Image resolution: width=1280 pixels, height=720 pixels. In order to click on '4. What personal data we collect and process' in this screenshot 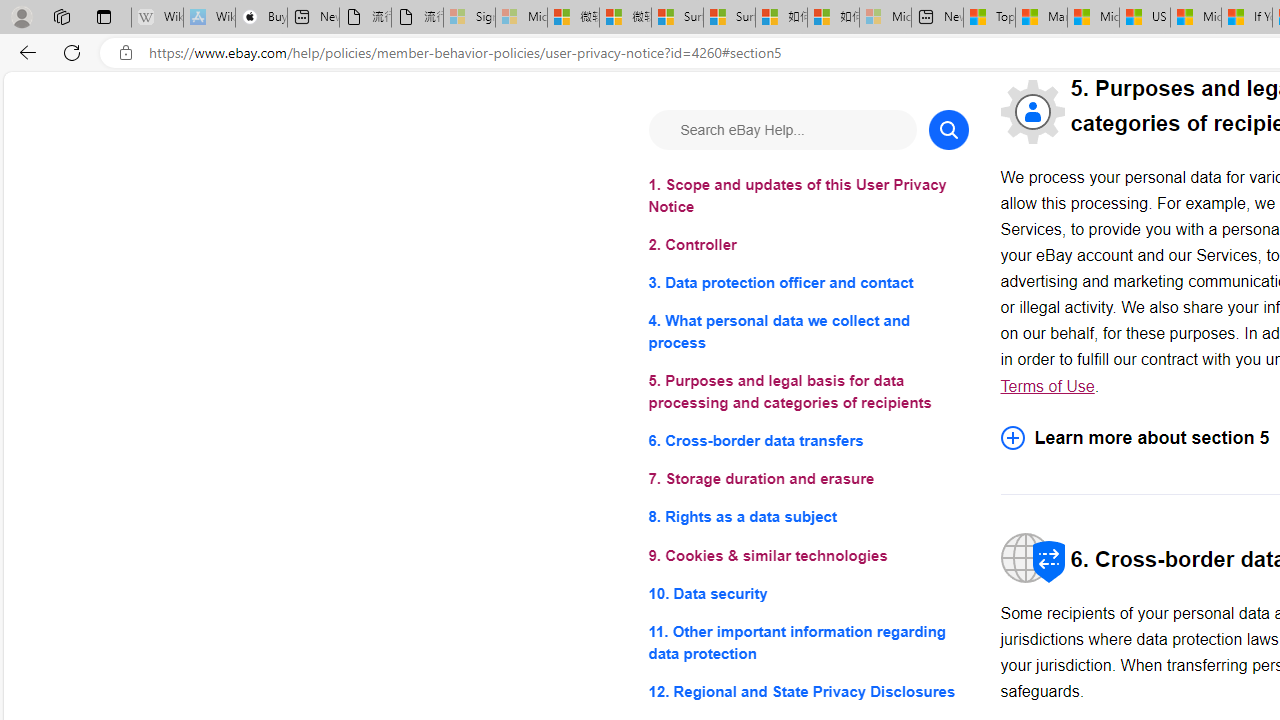, I will do `click(808, 331)`.